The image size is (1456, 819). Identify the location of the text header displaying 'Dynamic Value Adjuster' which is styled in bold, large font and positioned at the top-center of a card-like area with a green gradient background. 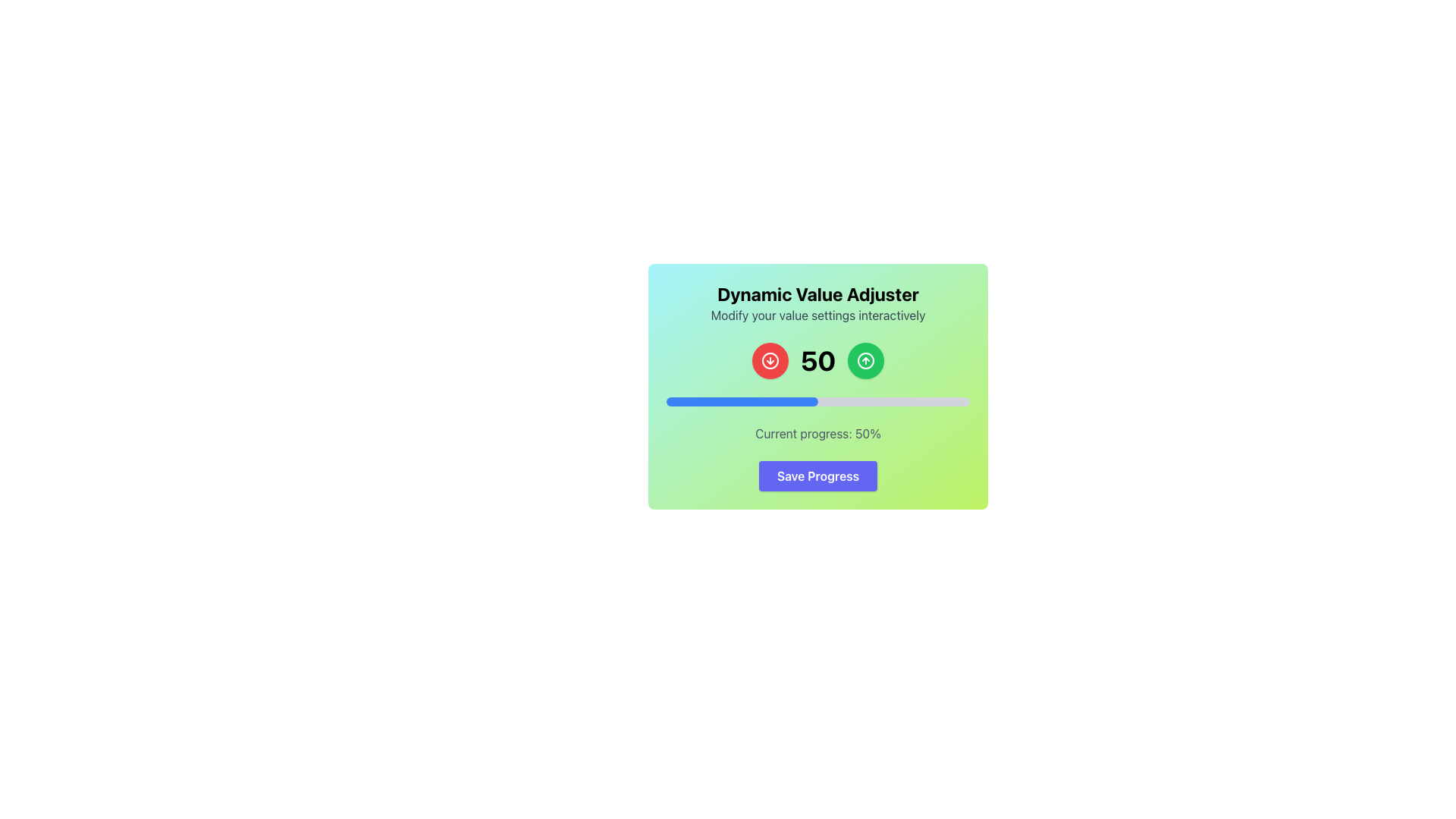
(817, 294).